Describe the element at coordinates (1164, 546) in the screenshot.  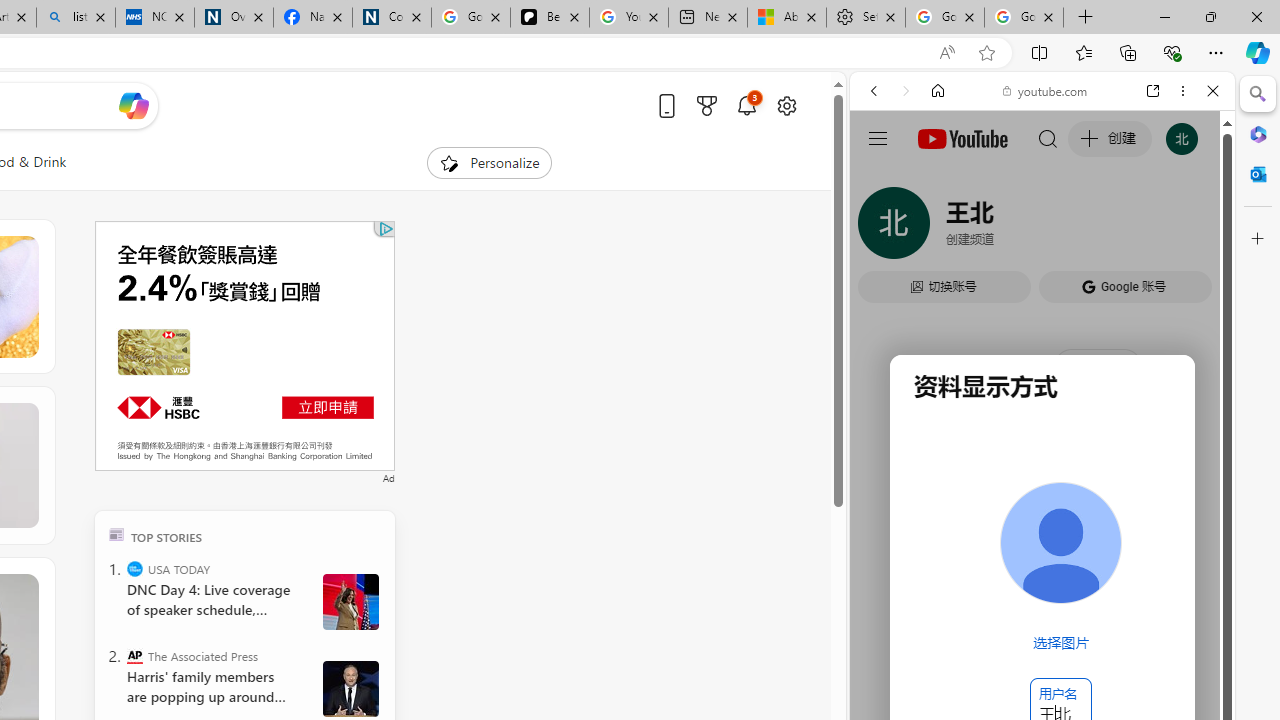
I see `'Show More Music'` at that location.